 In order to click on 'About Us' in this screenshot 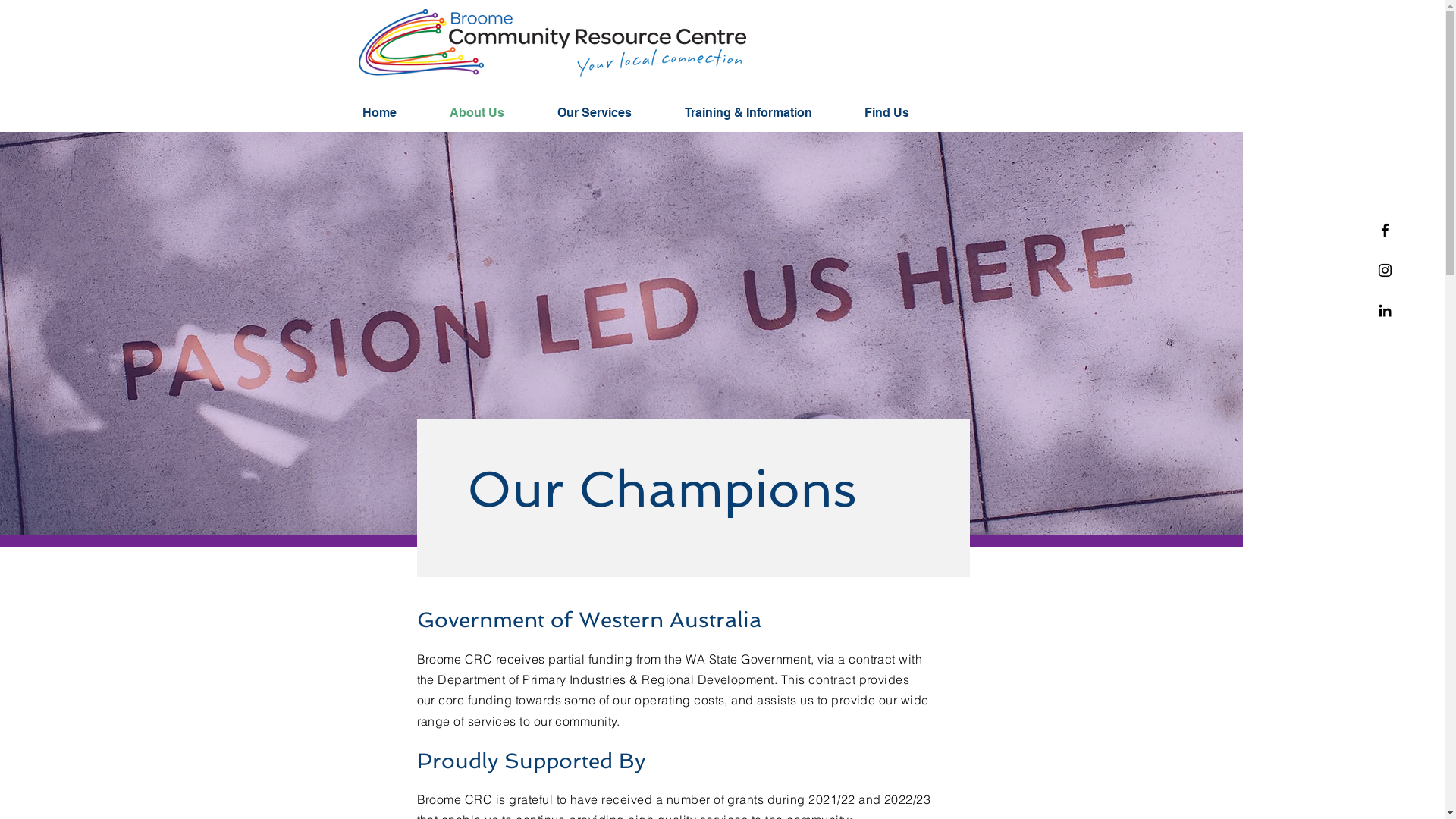, I will do `click(491, 112)`.